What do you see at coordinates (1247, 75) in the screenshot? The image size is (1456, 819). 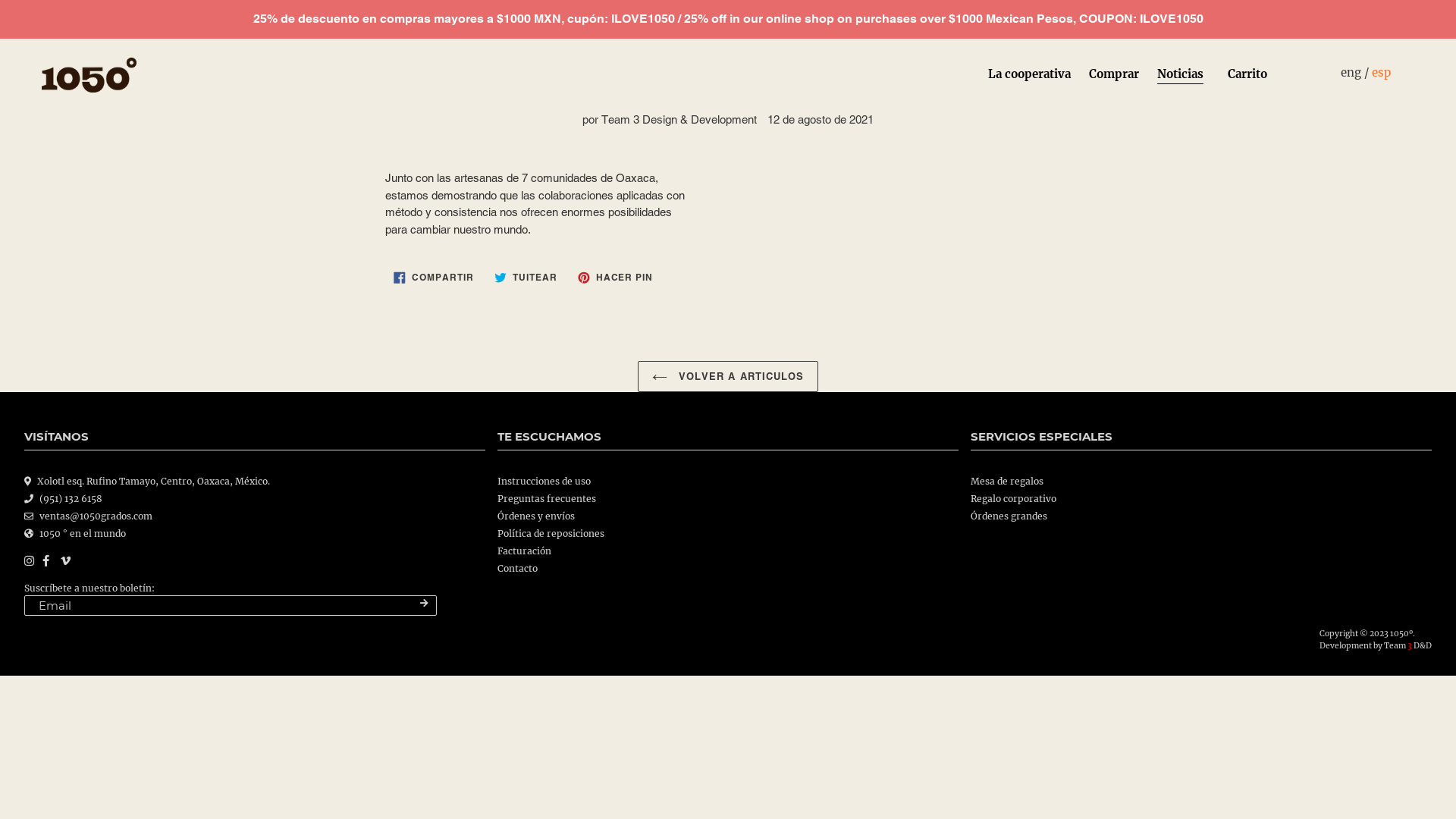 I see `'Carrito'` at bounding box center [1247, 75].